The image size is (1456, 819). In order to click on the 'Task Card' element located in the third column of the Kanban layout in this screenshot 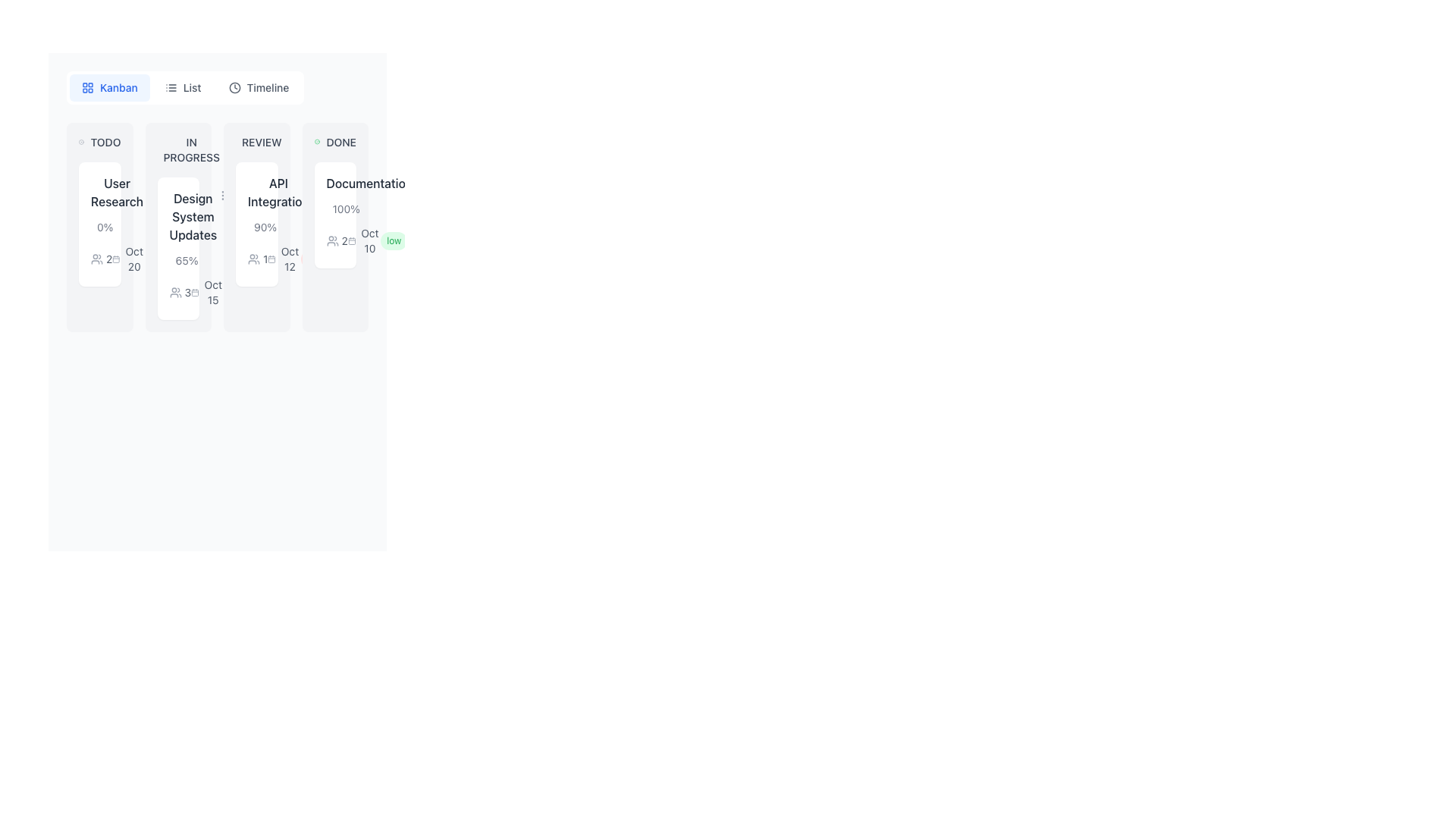, I will do `click(256, 227)`.